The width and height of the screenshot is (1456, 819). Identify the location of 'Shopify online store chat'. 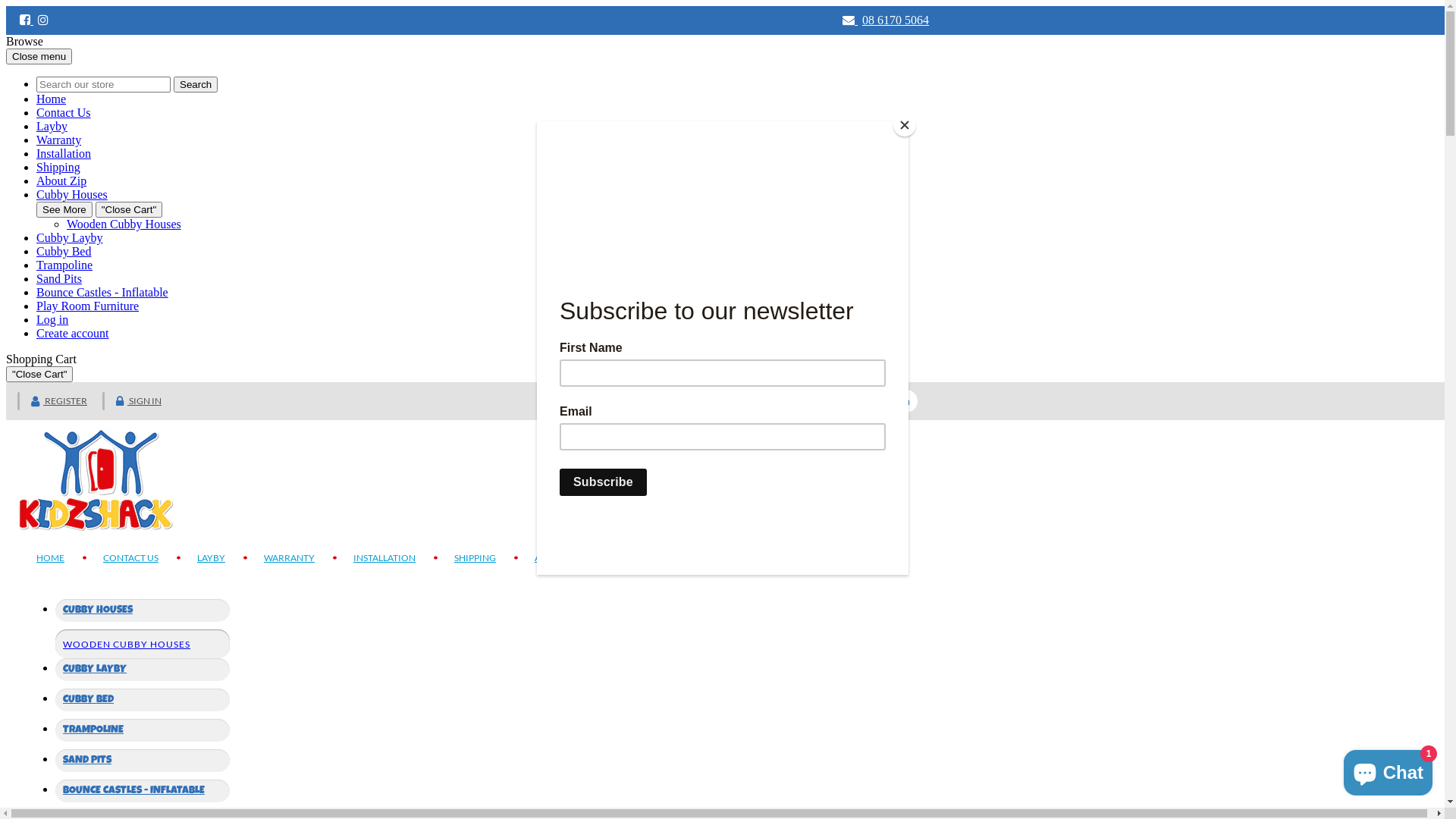
(1388, 769).